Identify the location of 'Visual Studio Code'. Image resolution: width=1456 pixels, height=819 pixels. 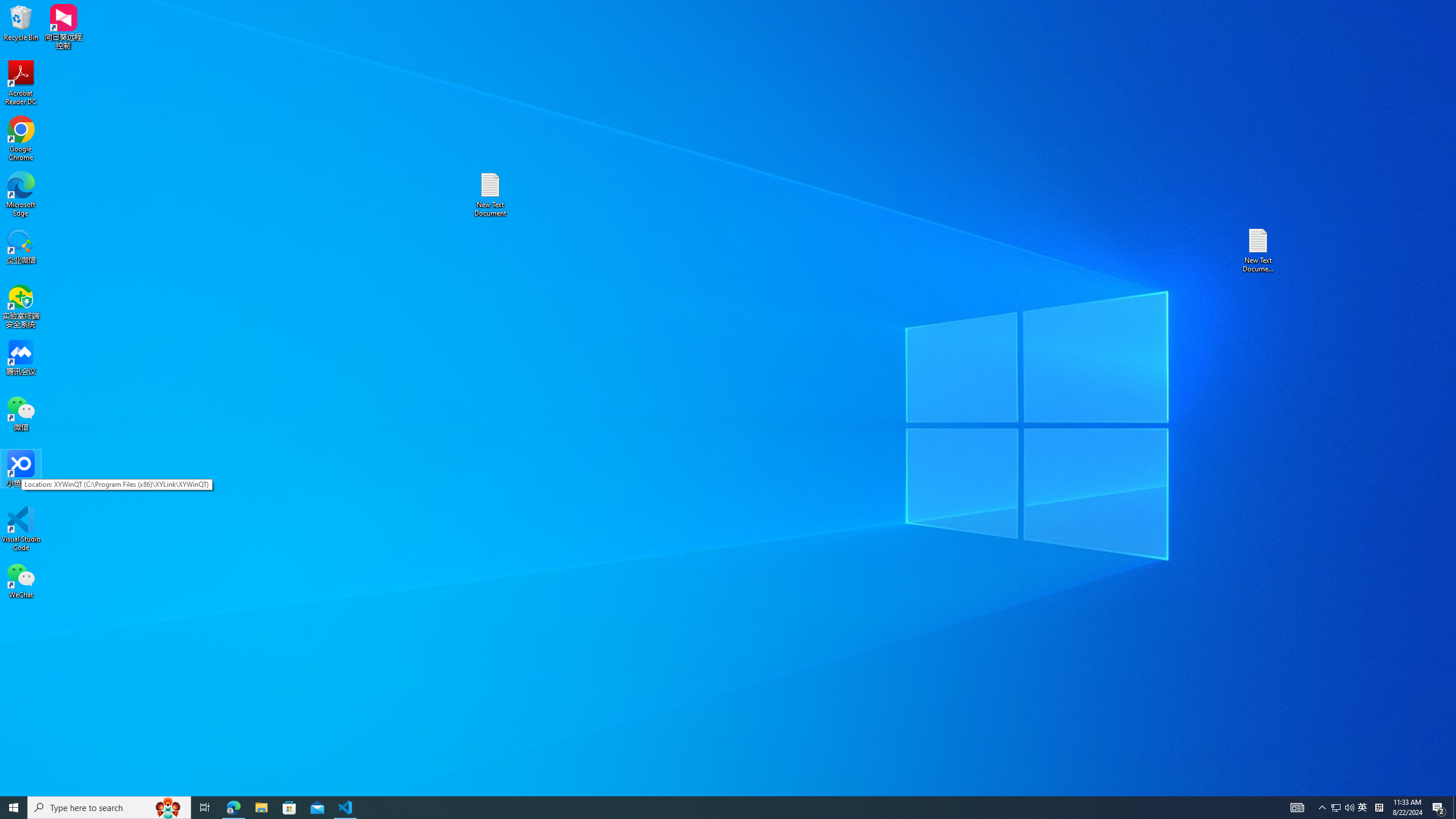
(20, 528).